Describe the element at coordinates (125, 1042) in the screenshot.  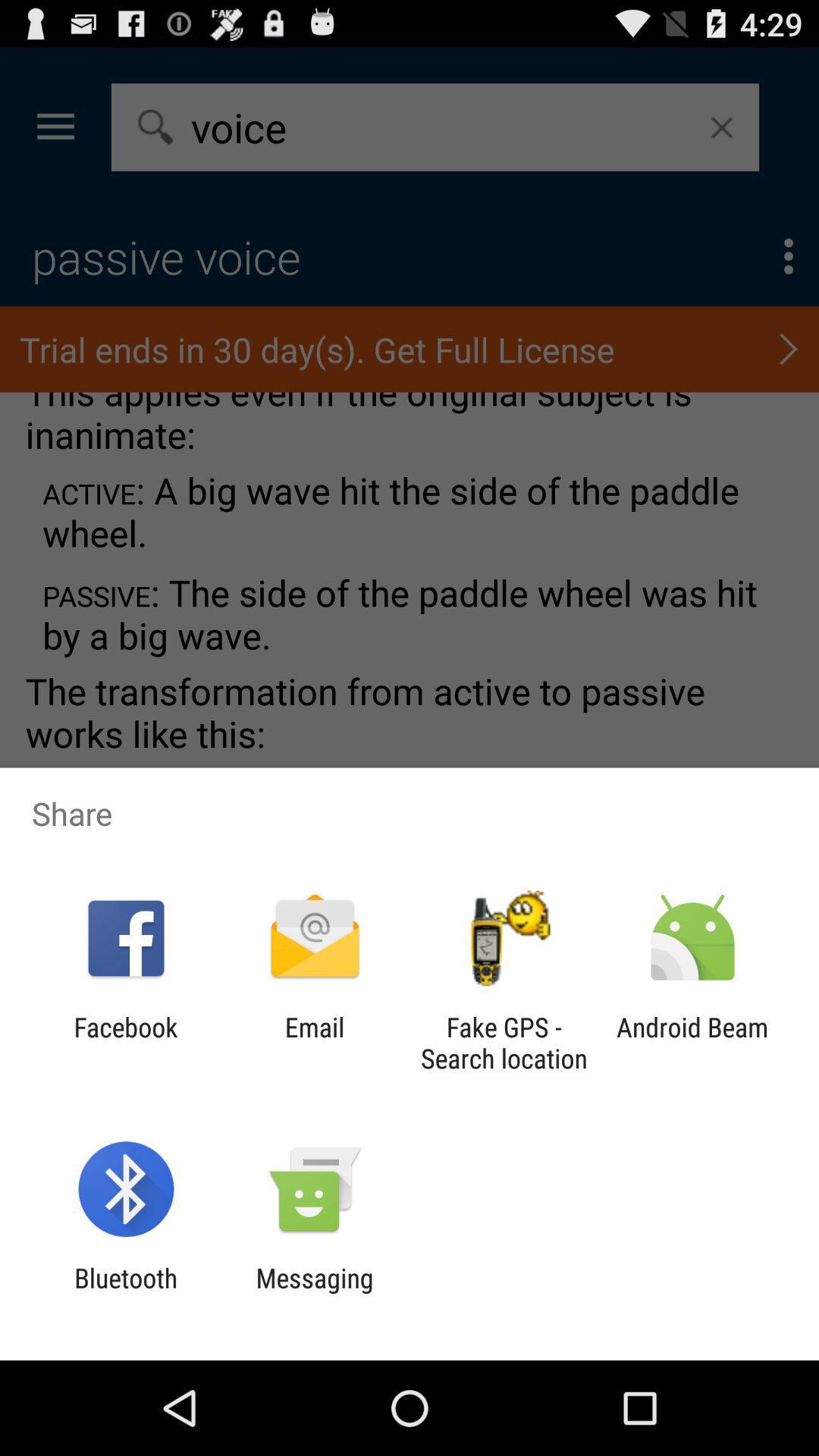
I see `facebook icon` at that location.